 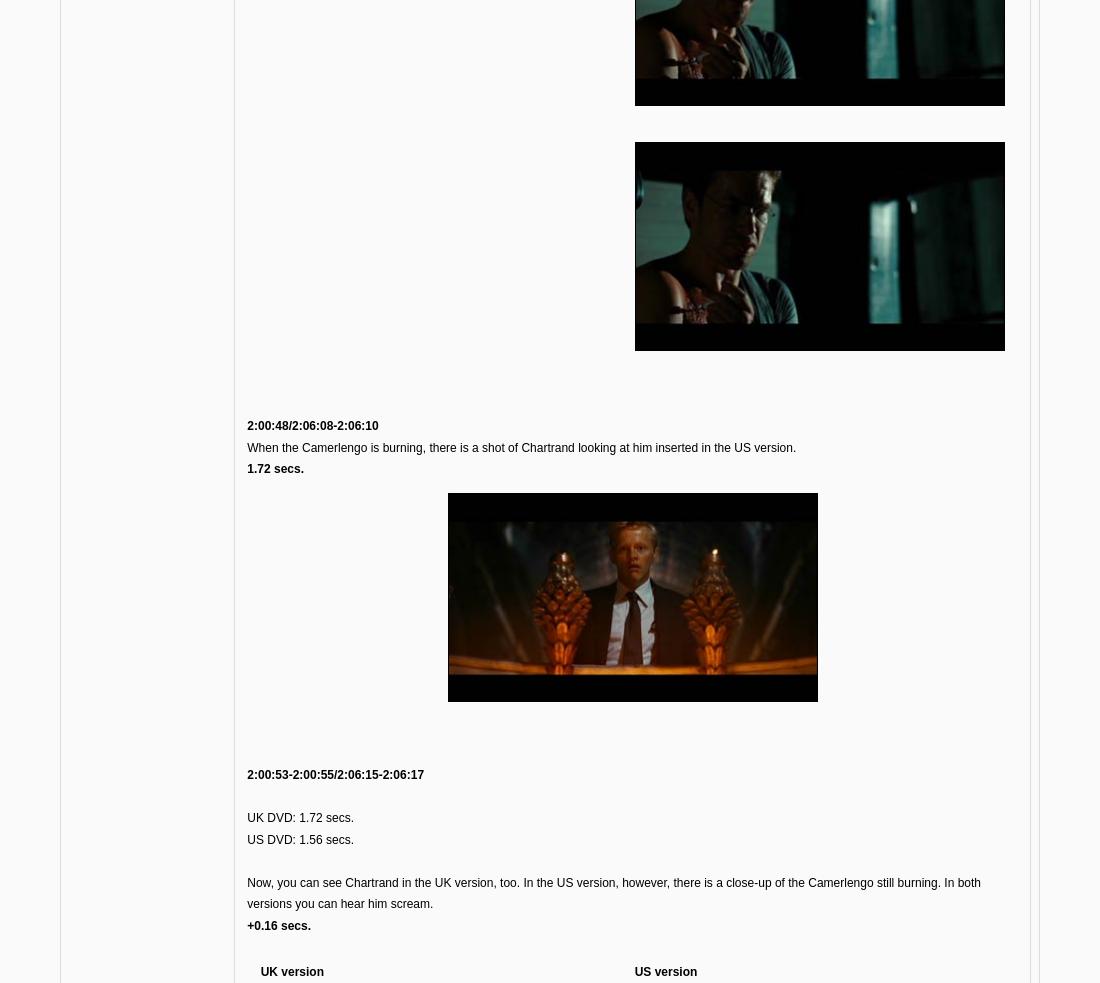 I want to click on 'UK version', so click(x=291, y=971).